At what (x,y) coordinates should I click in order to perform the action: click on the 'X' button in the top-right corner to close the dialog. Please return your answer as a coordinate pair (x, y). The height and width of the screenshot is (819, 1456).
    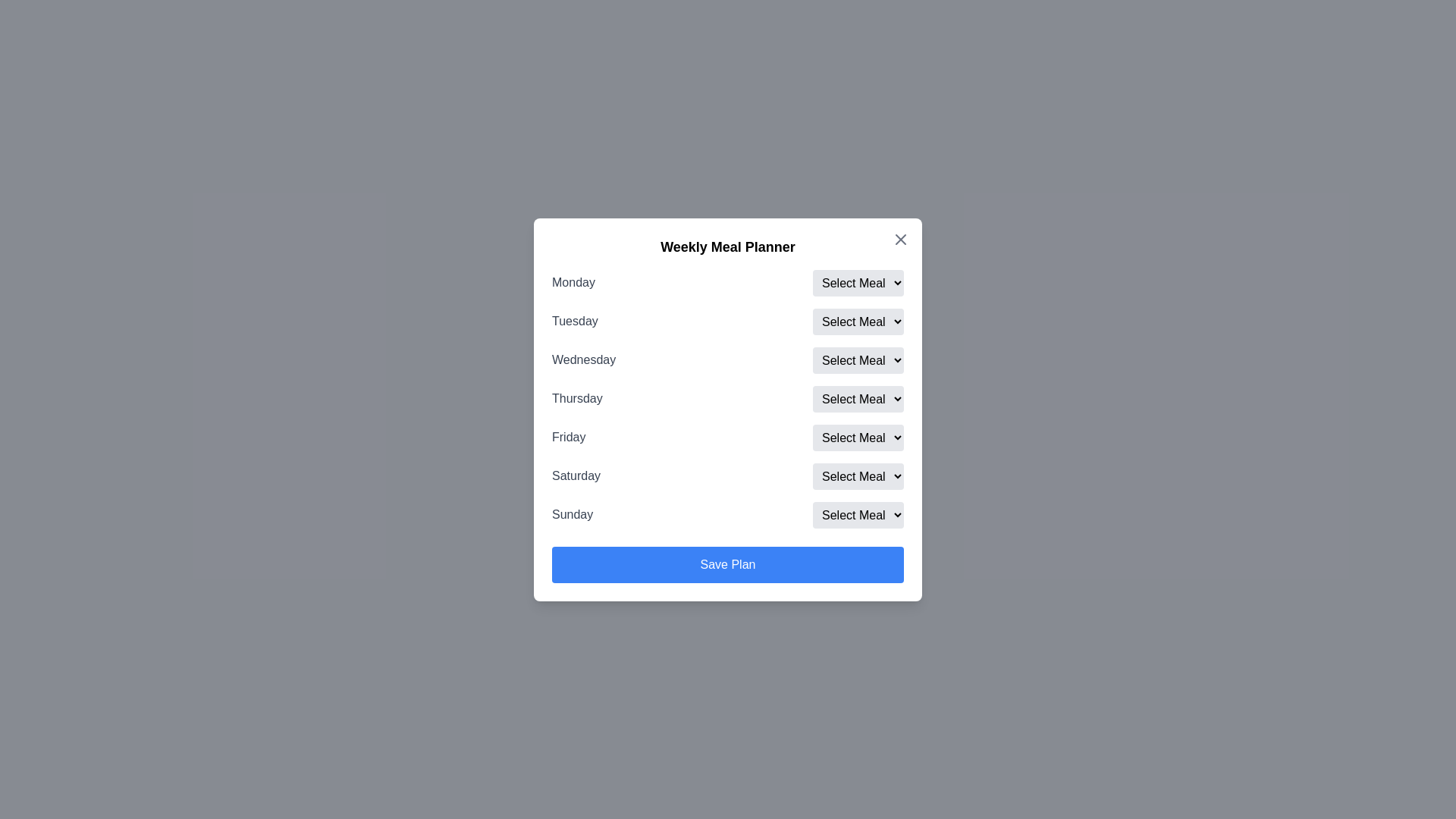
    Looking at the image, I should click on (901, 239).